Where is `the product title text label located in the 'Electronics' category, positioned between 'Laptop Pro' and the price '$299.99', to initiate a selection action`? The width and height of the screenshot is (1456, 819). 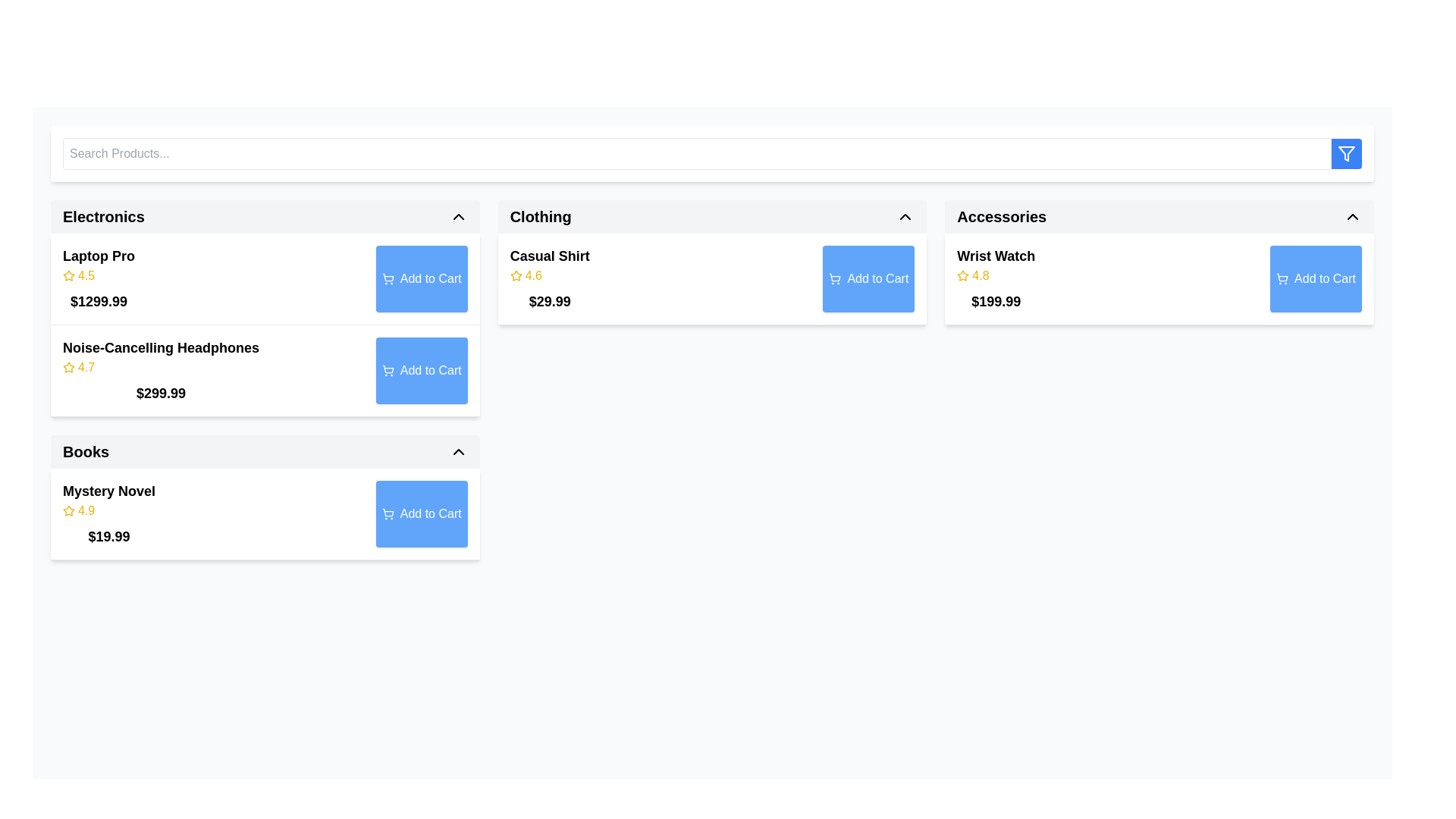
the product title text label located in the 'Electronics' category, positioned between 'Laptop Pro' and the price '$299.99', to initiate a selection action is located at coordinates (160, 348).